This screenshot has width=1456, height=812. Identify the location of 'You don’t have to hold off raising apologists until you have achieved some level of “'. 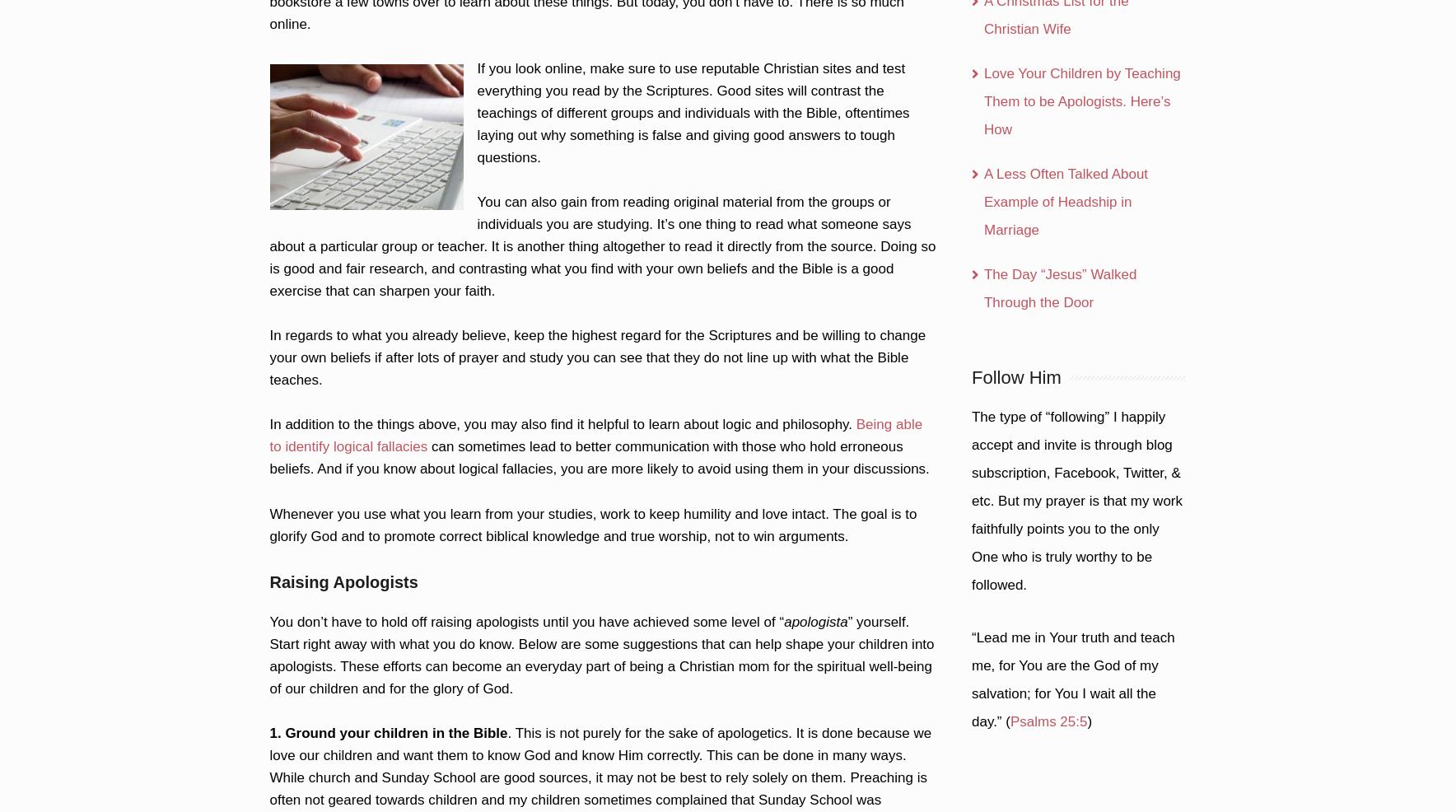
(525, 621).